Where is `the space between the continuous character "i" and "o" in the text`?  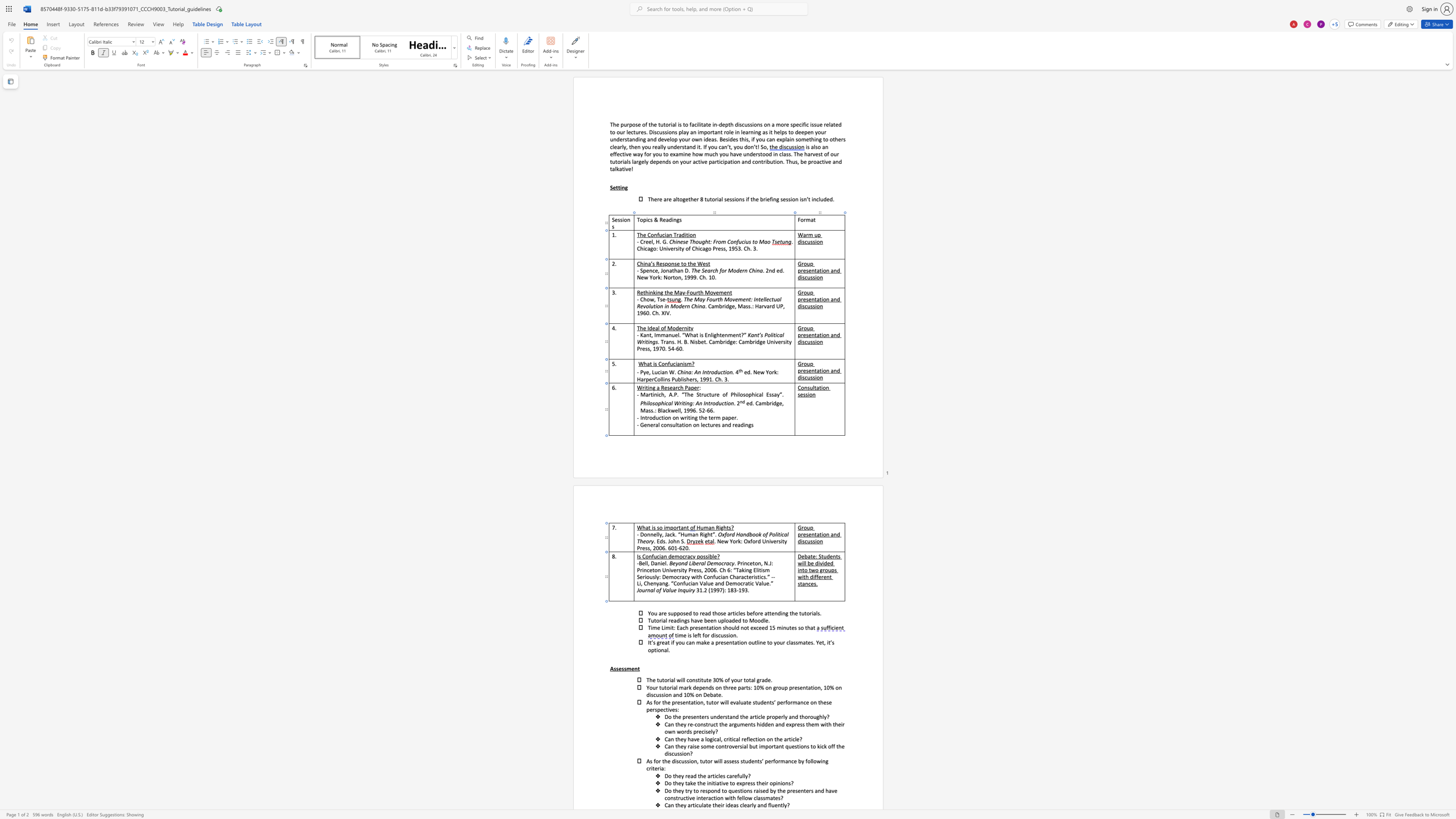 the space between the continuous character "i" and "o" in the text is located at coordinates (645, 577).